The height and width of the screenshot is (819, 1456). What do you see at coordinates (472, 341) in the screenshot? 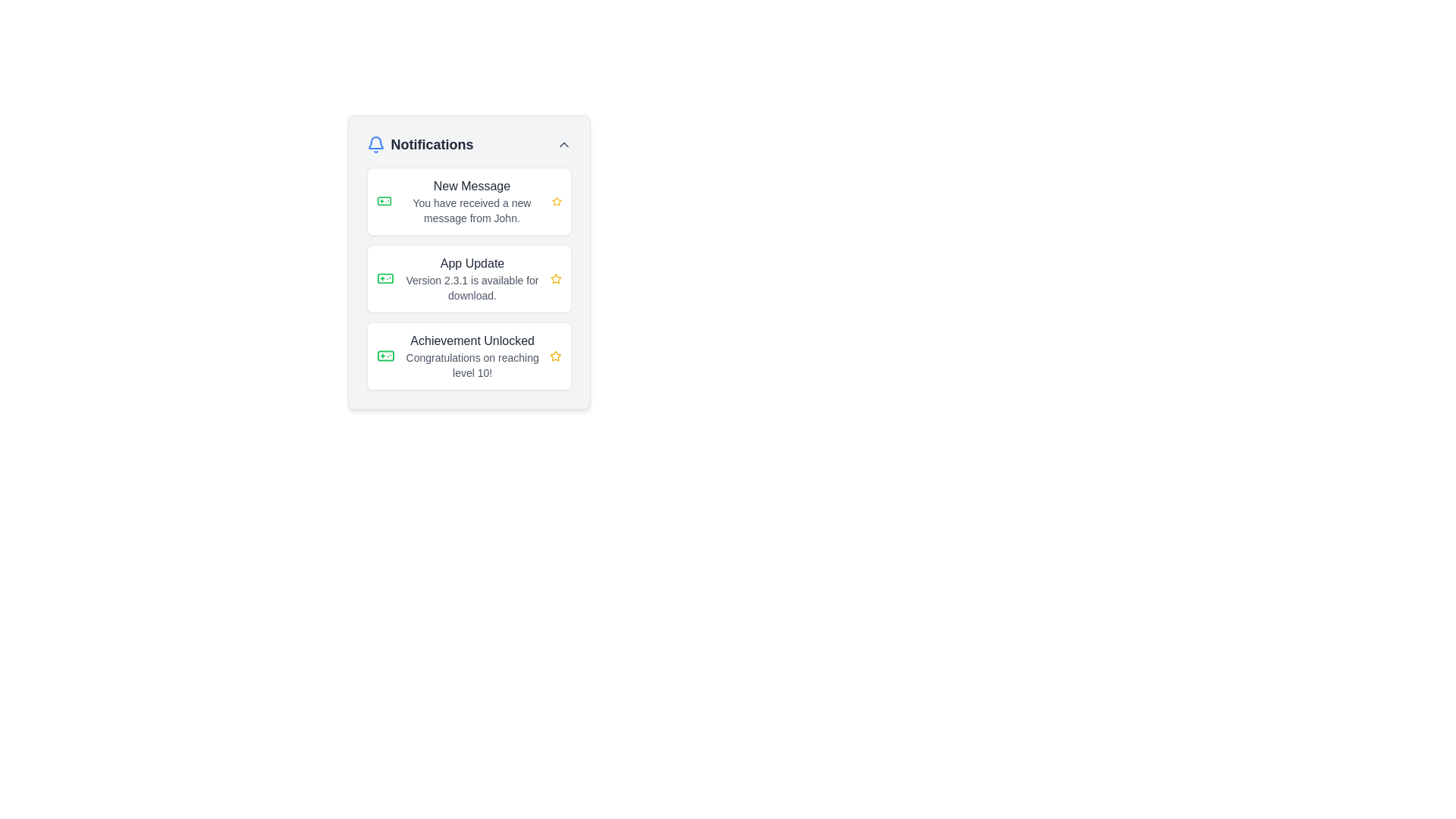
I see `the 'Achievement Unlocked' text label, which is the title of the third notification entry in the list` at bounding box center [472, 341].